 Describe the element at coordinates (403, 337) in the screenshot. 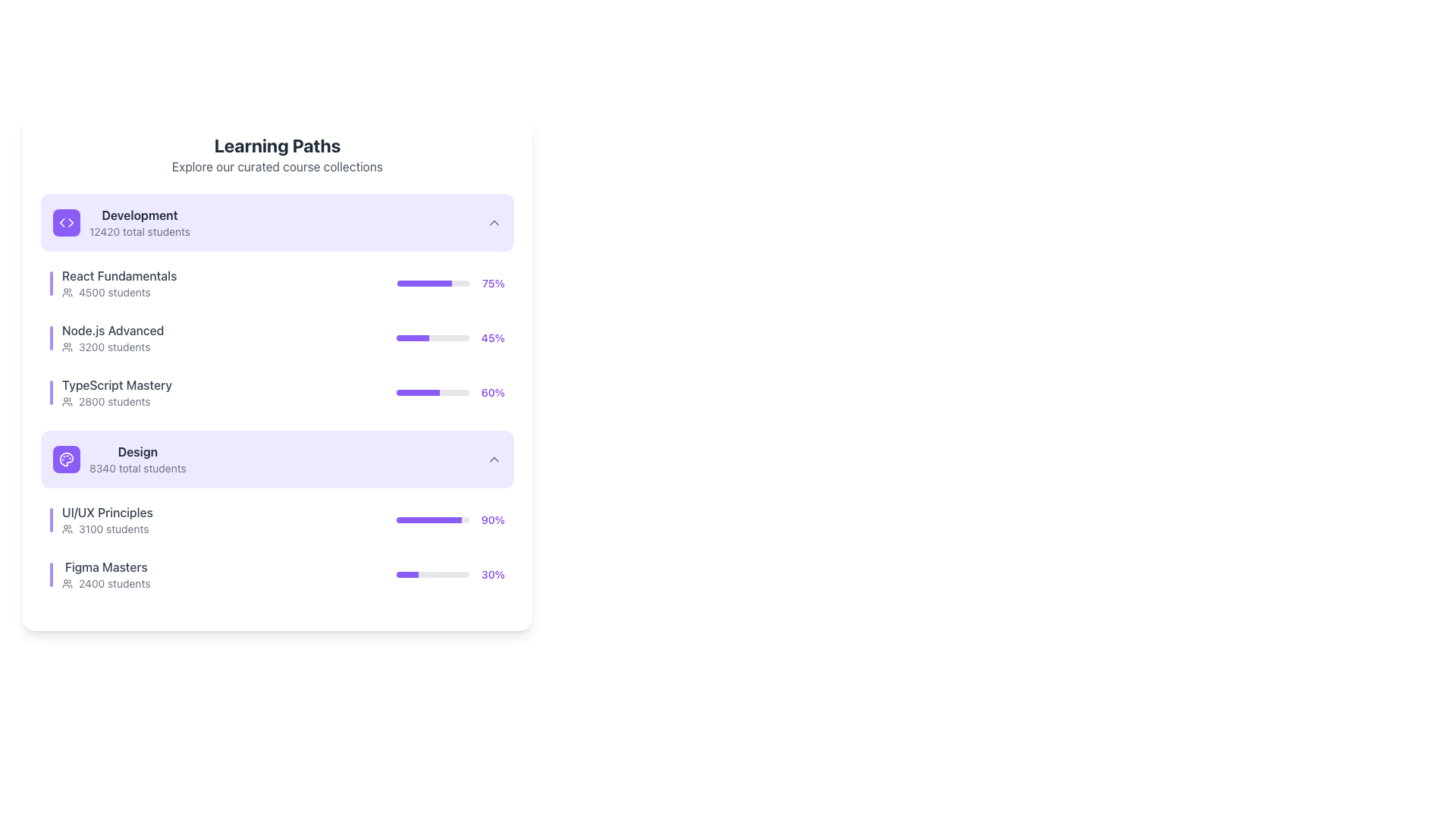

I see `progress` at that location.